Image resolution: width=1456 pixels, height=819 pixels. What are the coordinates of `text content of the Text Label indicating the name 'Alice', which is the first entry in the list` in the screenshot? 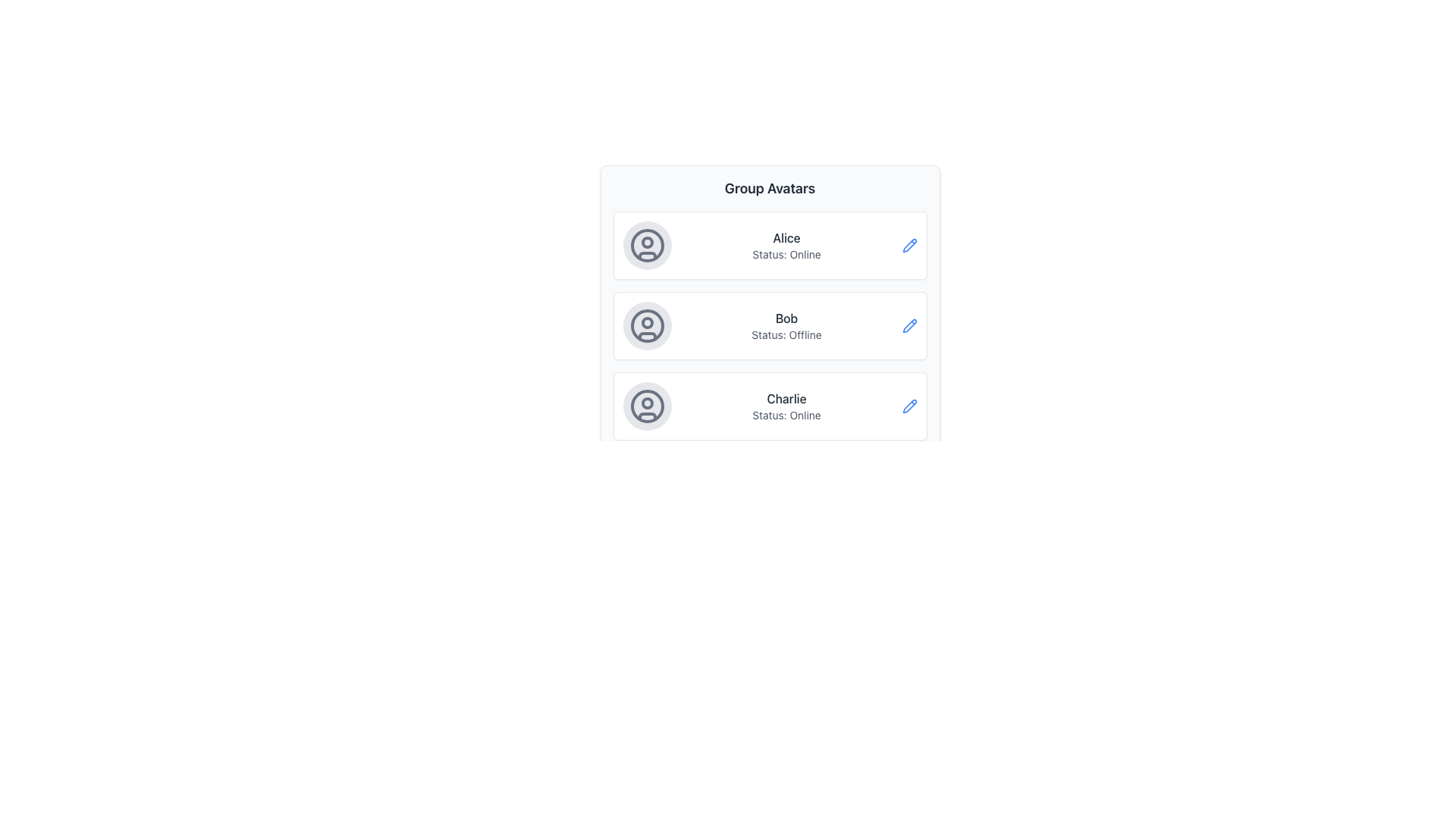 It's located at (786, 237).